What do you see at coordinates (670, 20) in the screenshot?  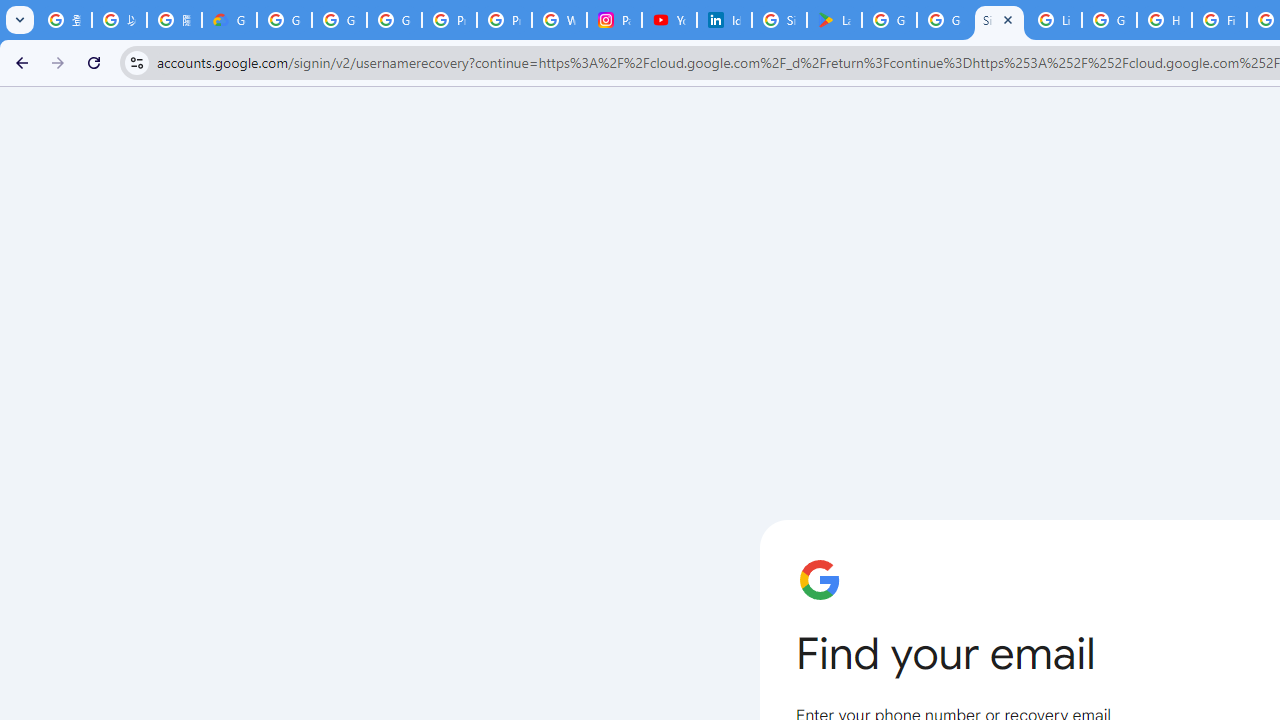 I see `'YouTube Culture & Trends - On The Rise: Handcam Videos'` at bounding box center [670, 20].